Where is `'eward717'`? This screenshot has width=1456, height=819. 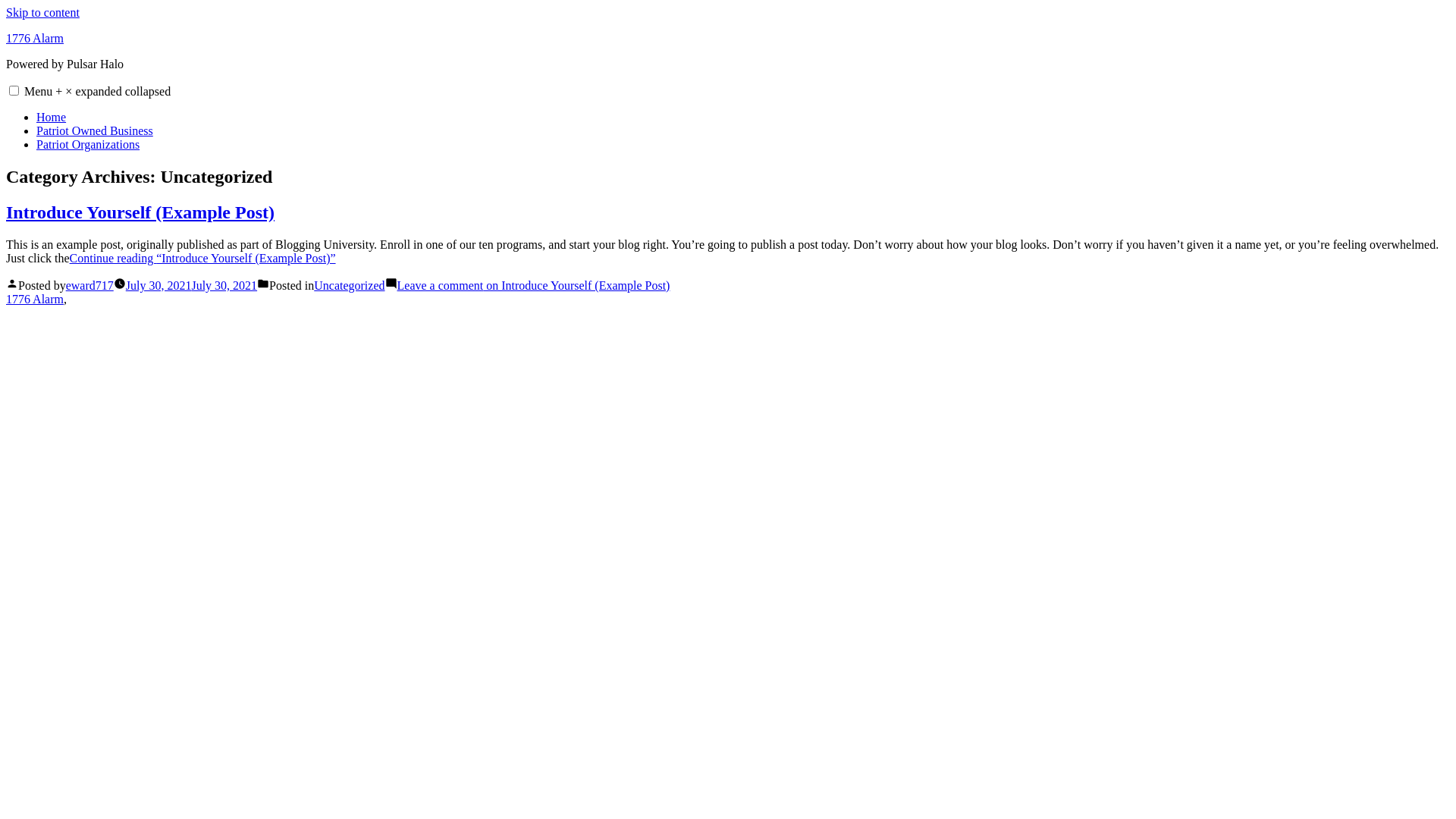 'eward717' is located at coordinates (64, 285).